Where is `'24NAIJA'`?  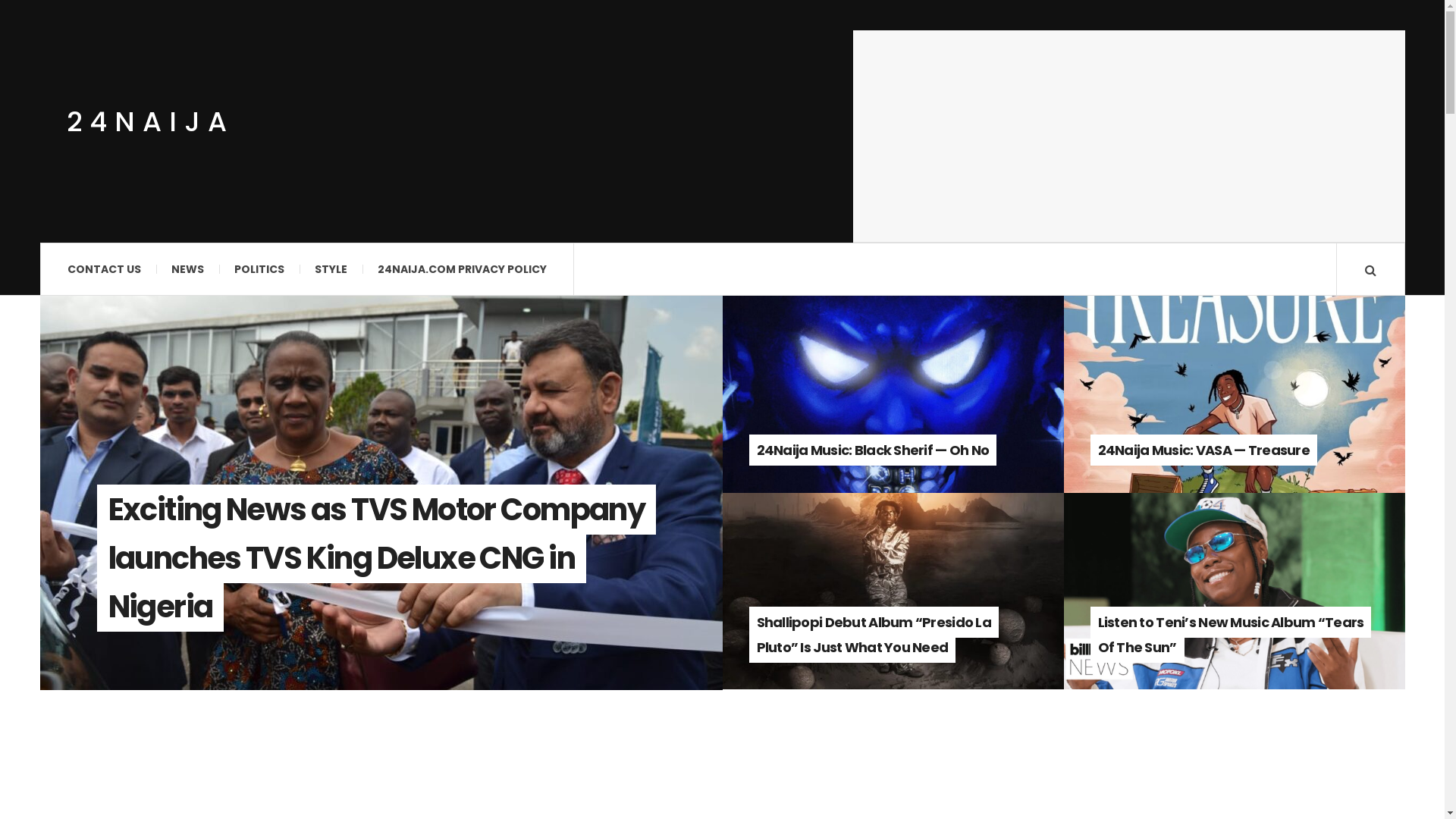
'24NAIJA' is located at coordinates (65, 120).